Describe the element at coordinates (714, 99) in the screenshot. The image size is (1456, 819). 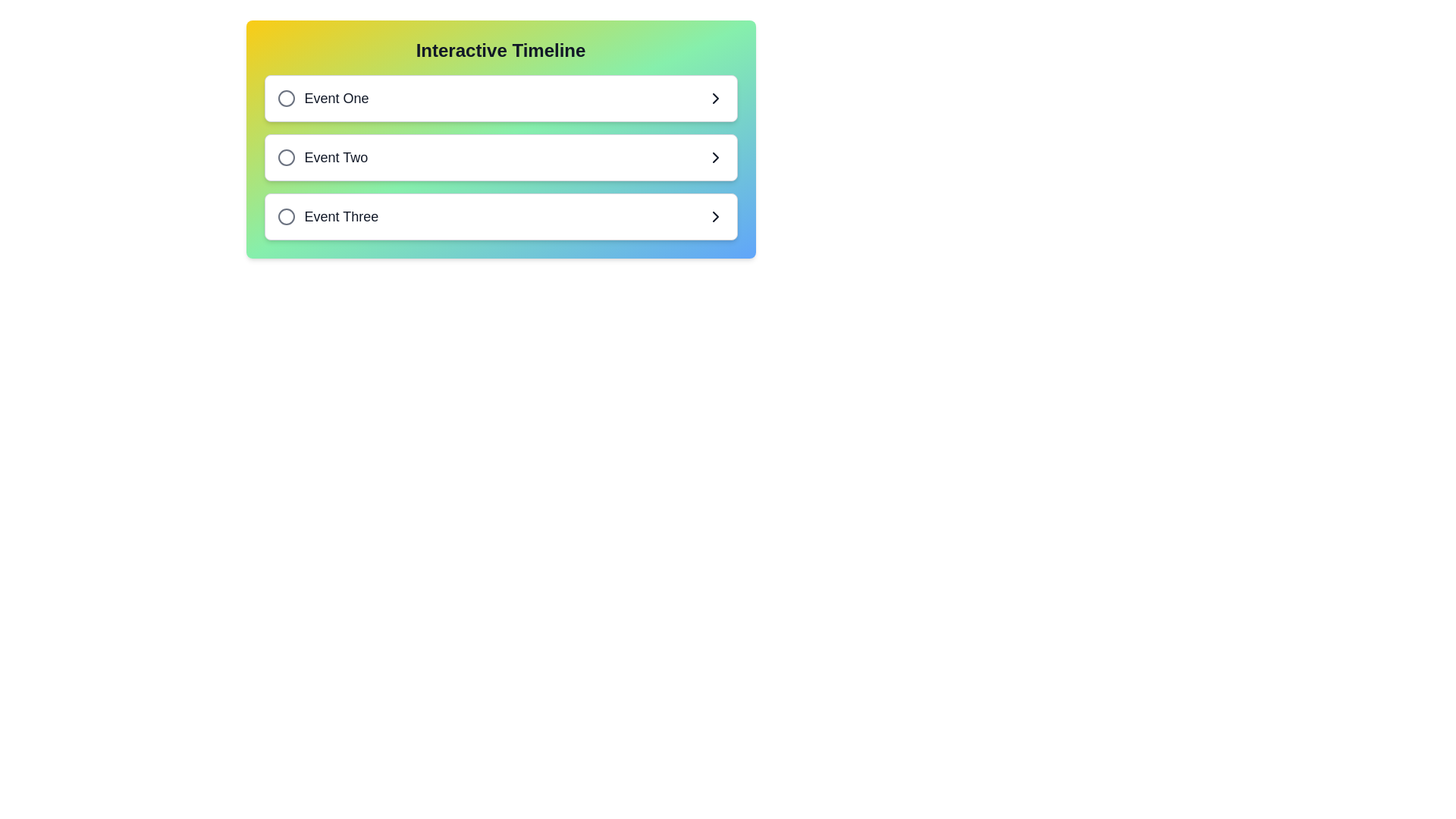
I see `the button located at the far-right end of the row labeled 'Event One'` at that location.